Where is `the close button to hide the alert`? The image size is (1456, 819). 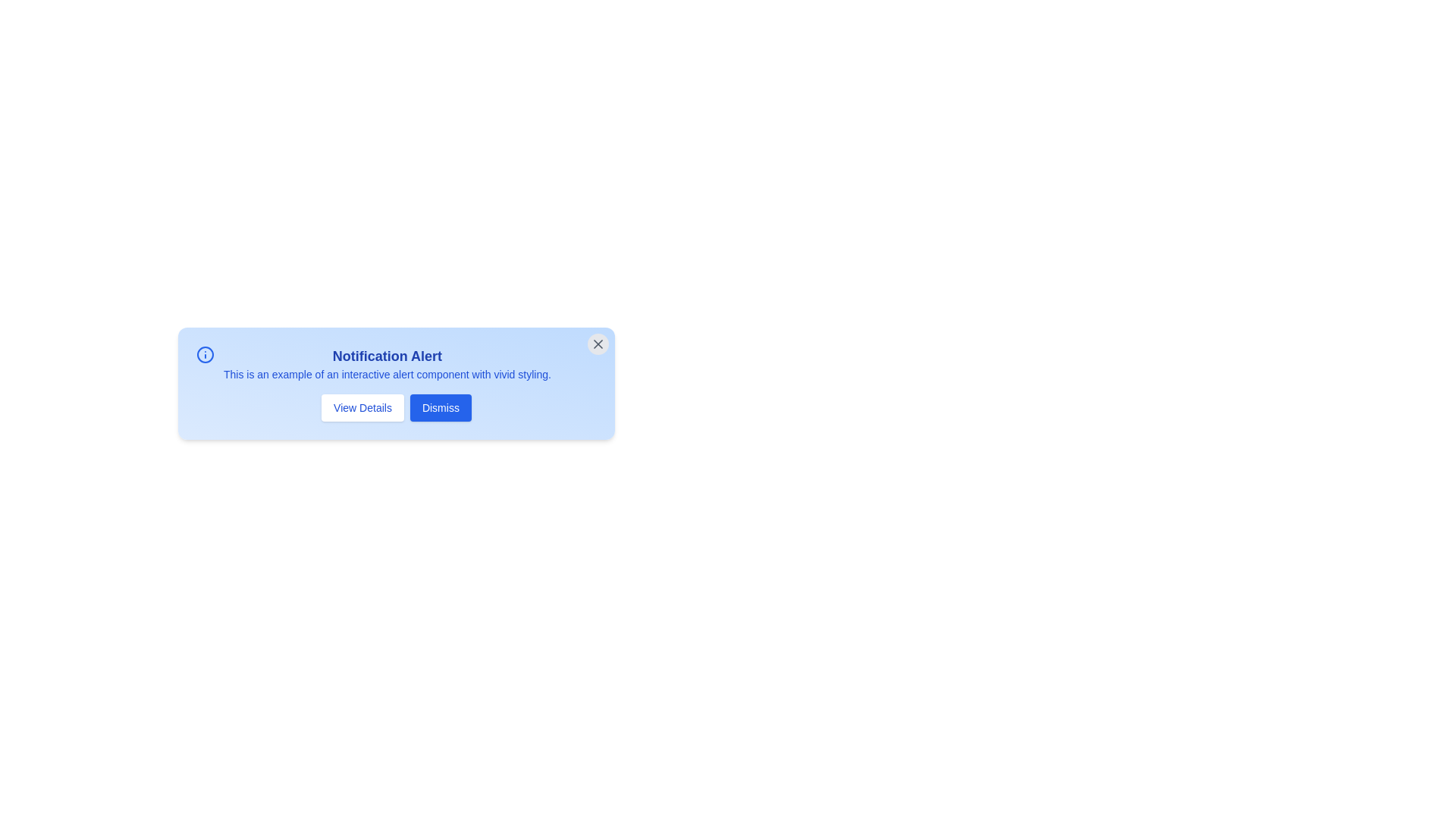
the close button to hide the alert is located at coordinates (597, 344).